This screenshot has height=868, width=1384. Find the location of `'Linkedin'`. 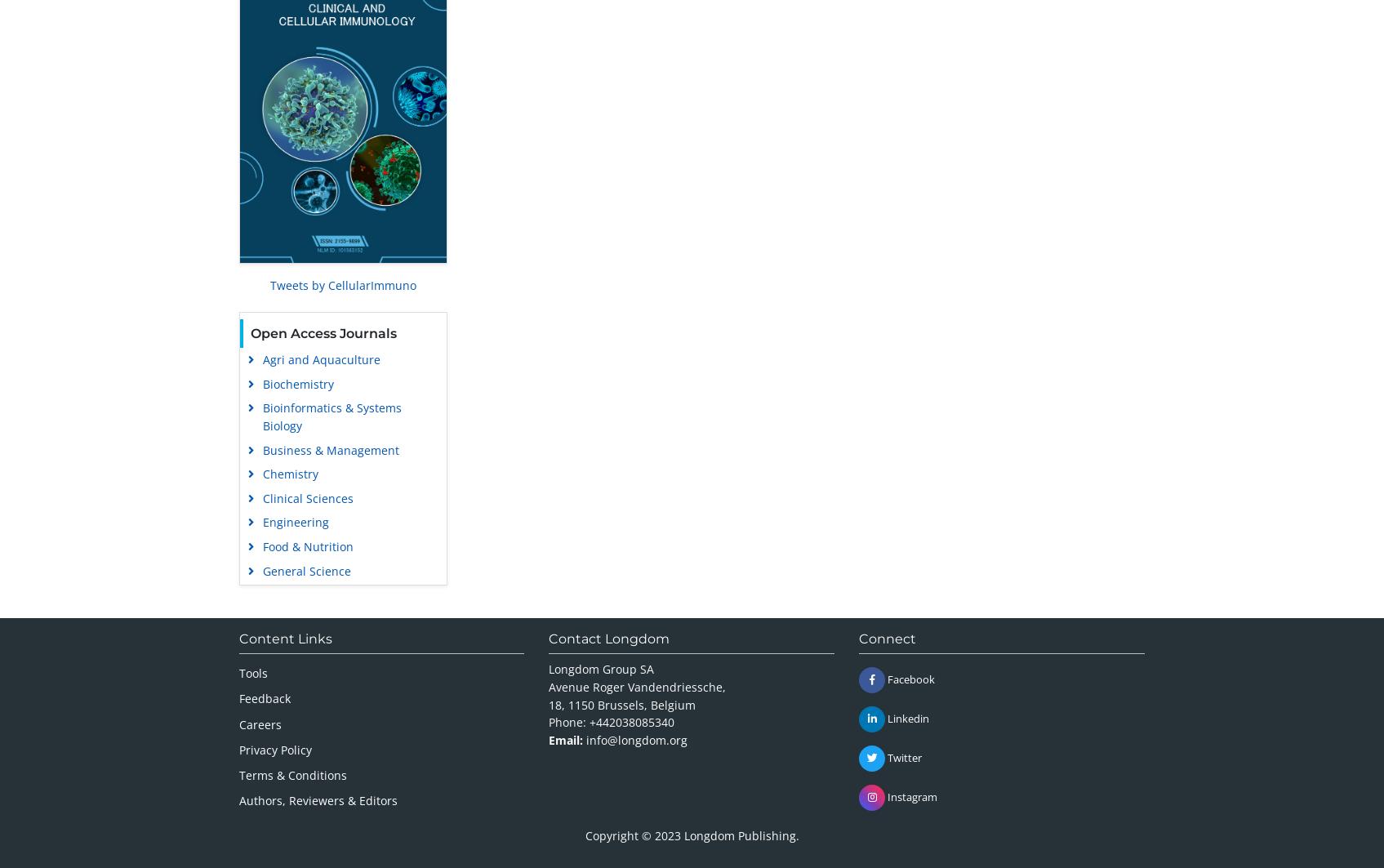

'Linkedin' is located at coordinates (906, 717).